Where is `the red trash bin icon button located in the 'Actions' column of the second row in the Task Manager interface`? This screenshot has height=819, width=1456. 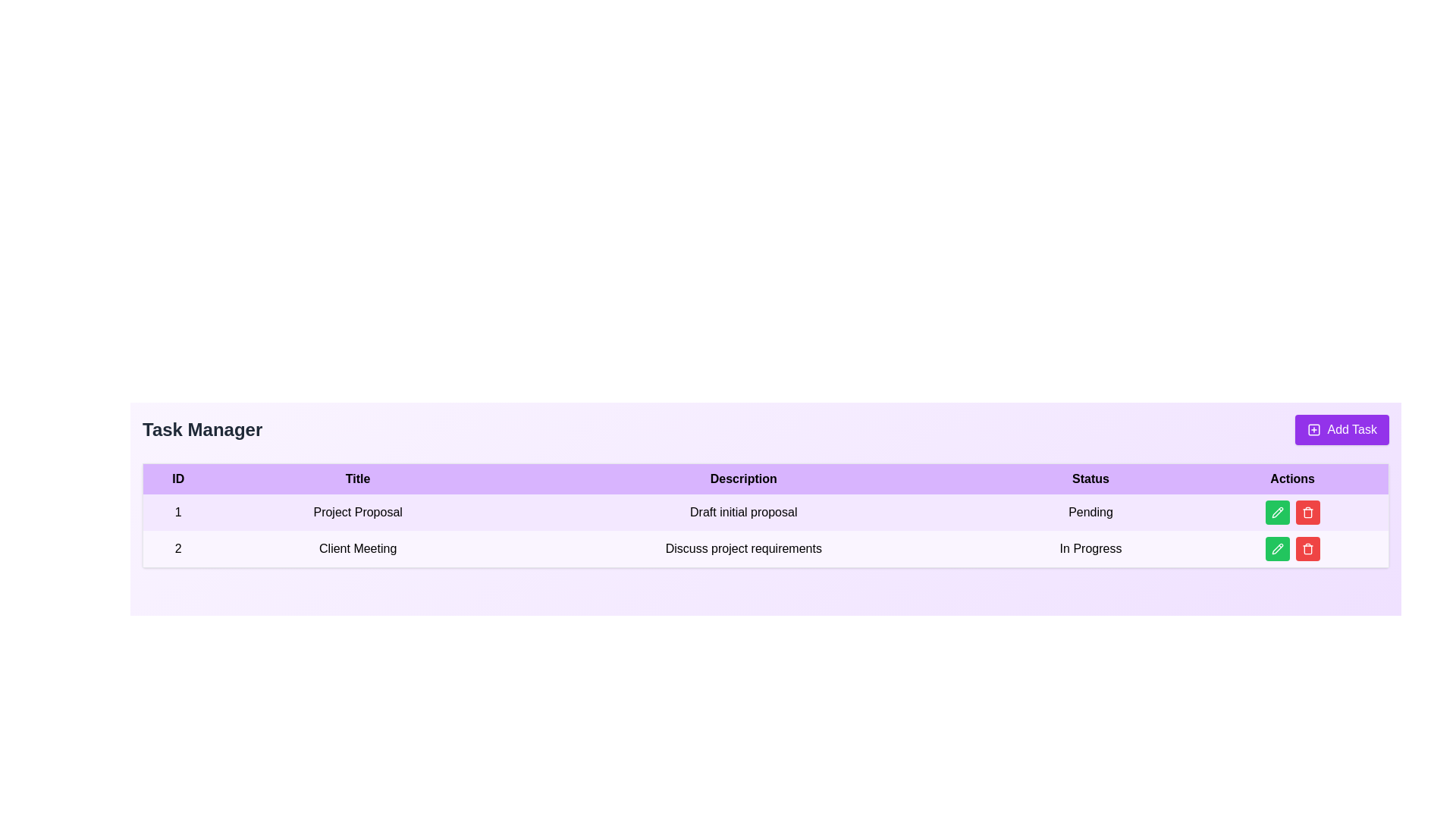
the red trash bin icon button located in the 'Actions' column of the second row in the Task Manager interface is located at coordinates (1307, 549).